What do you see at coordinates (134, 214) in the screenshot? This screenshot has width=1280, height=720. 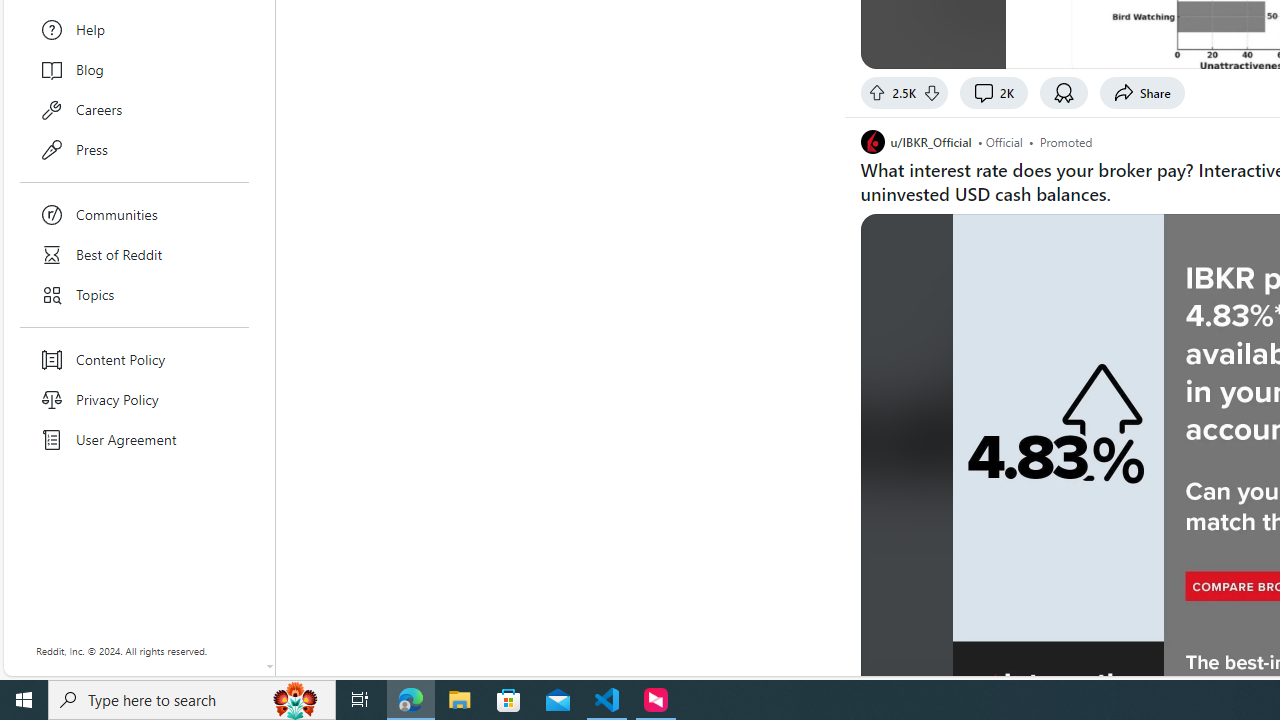 I see `'Communities'` at bounding box center [134, 214].